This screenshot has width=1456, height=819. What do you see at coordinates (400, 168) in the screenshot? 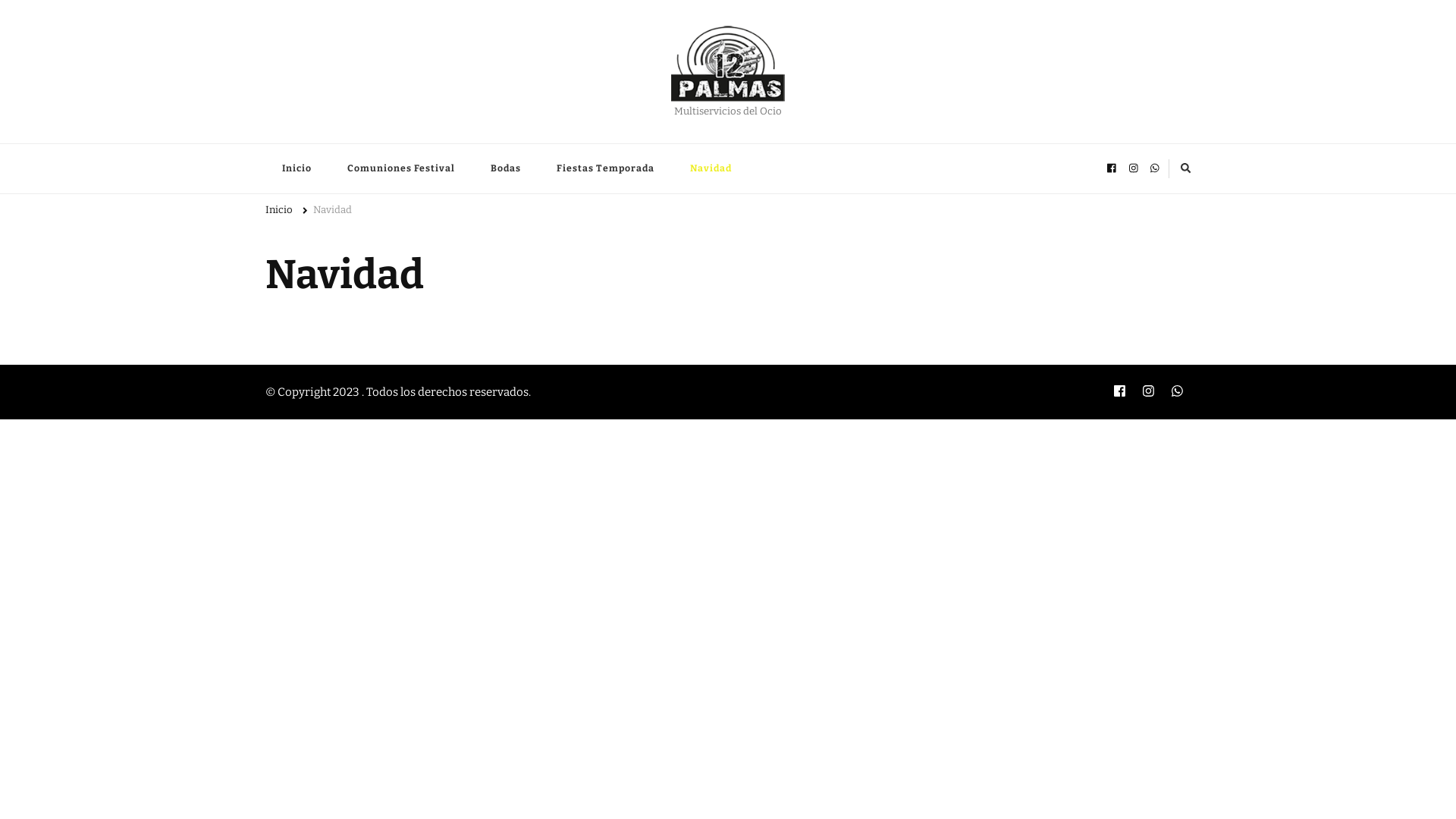
I see `'Comuniones Festival'` at bounding box center [400, 168].